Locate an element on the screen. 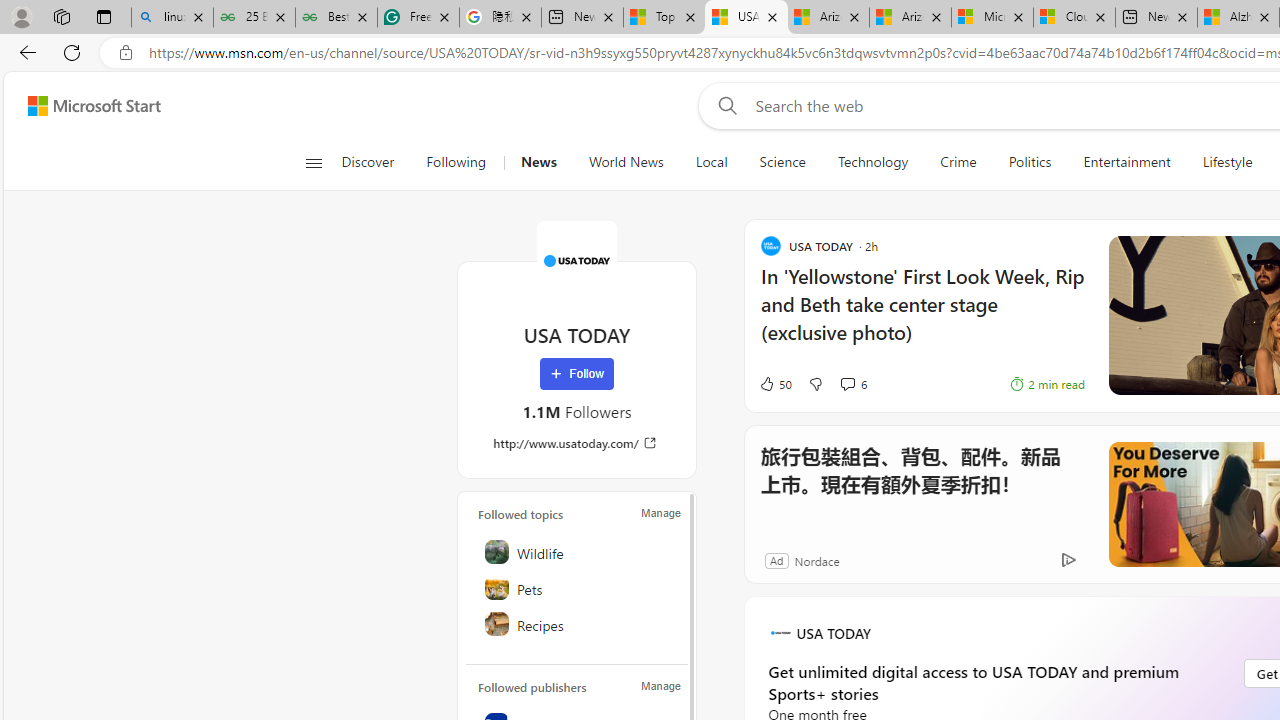  '50 Like' is located at coordinates (774, 384).